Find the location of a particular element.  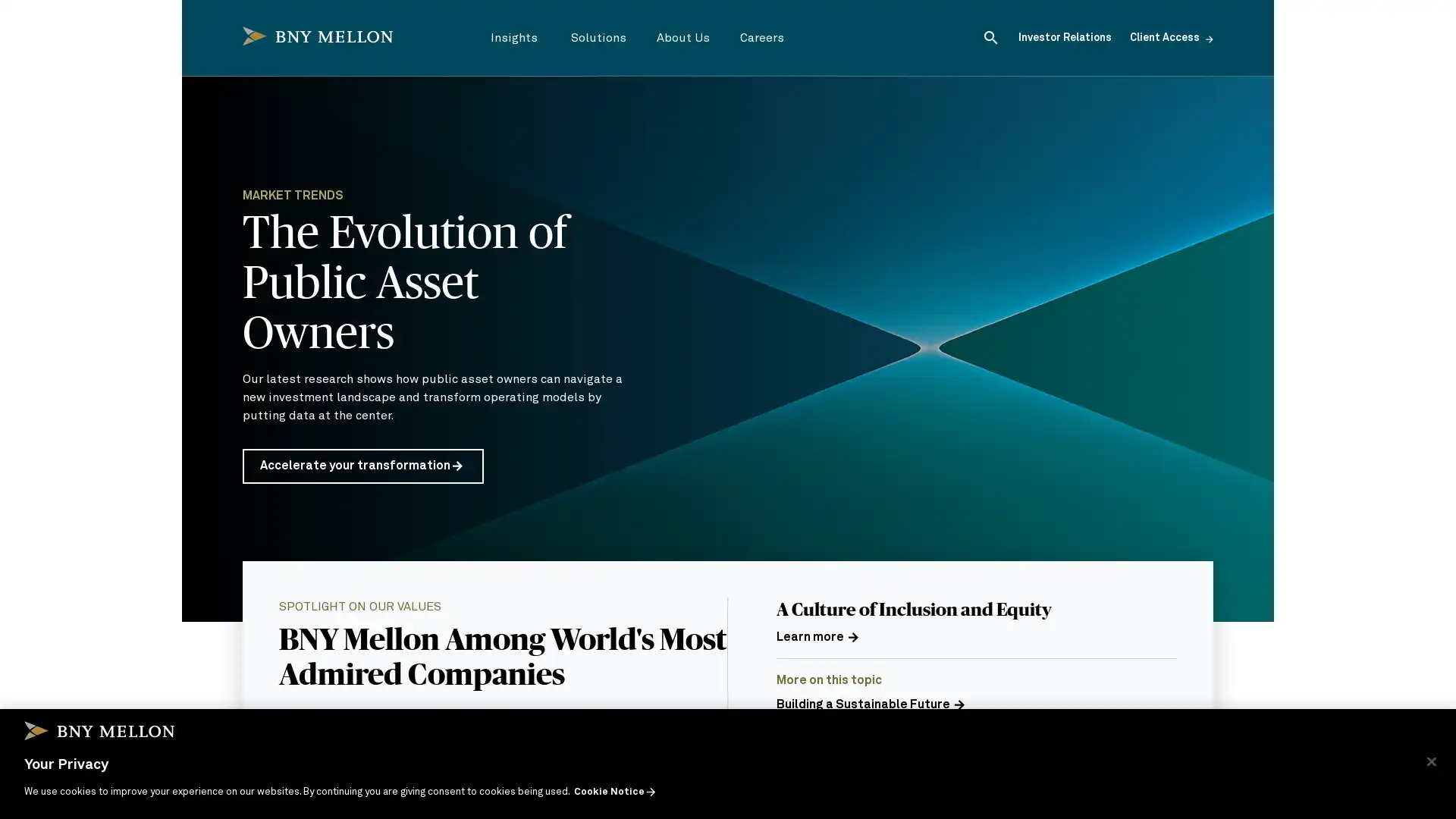

Close is located at coordinates (1430, 761).